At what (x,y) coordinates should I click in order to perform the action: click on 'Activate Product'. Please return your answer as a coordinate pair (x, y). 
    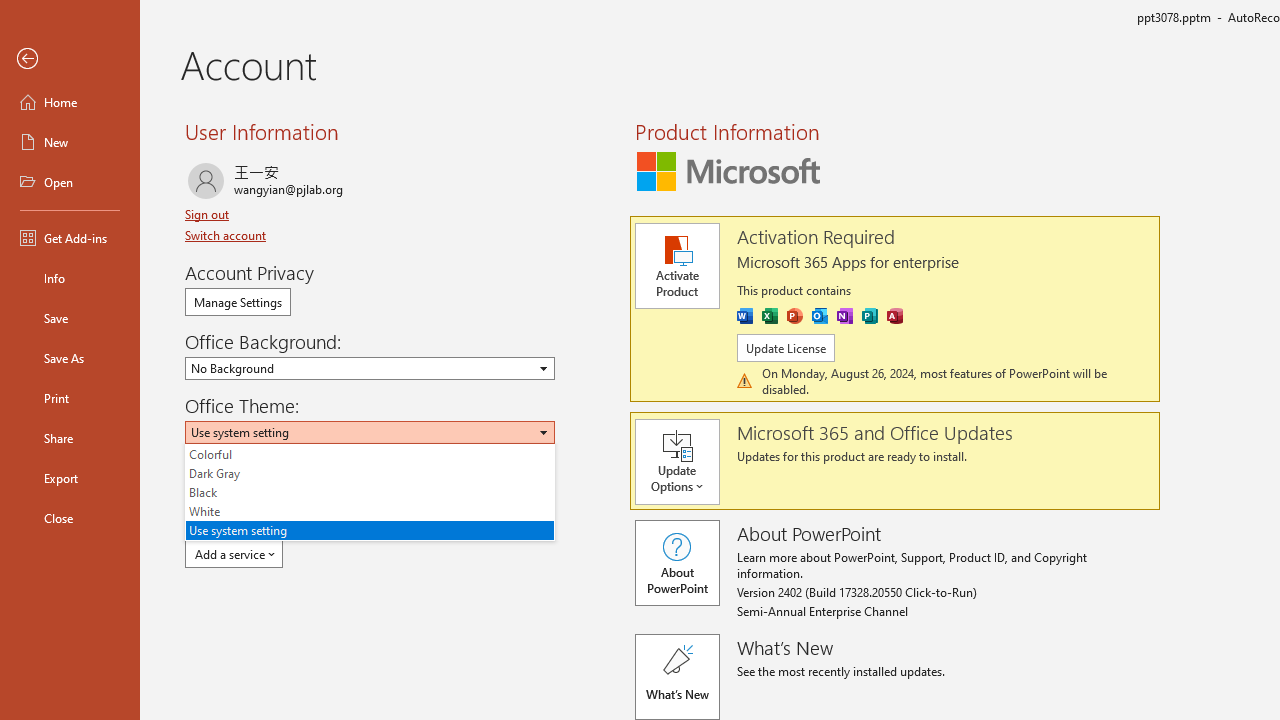
    Looking at the image, I should click on (677, 265).